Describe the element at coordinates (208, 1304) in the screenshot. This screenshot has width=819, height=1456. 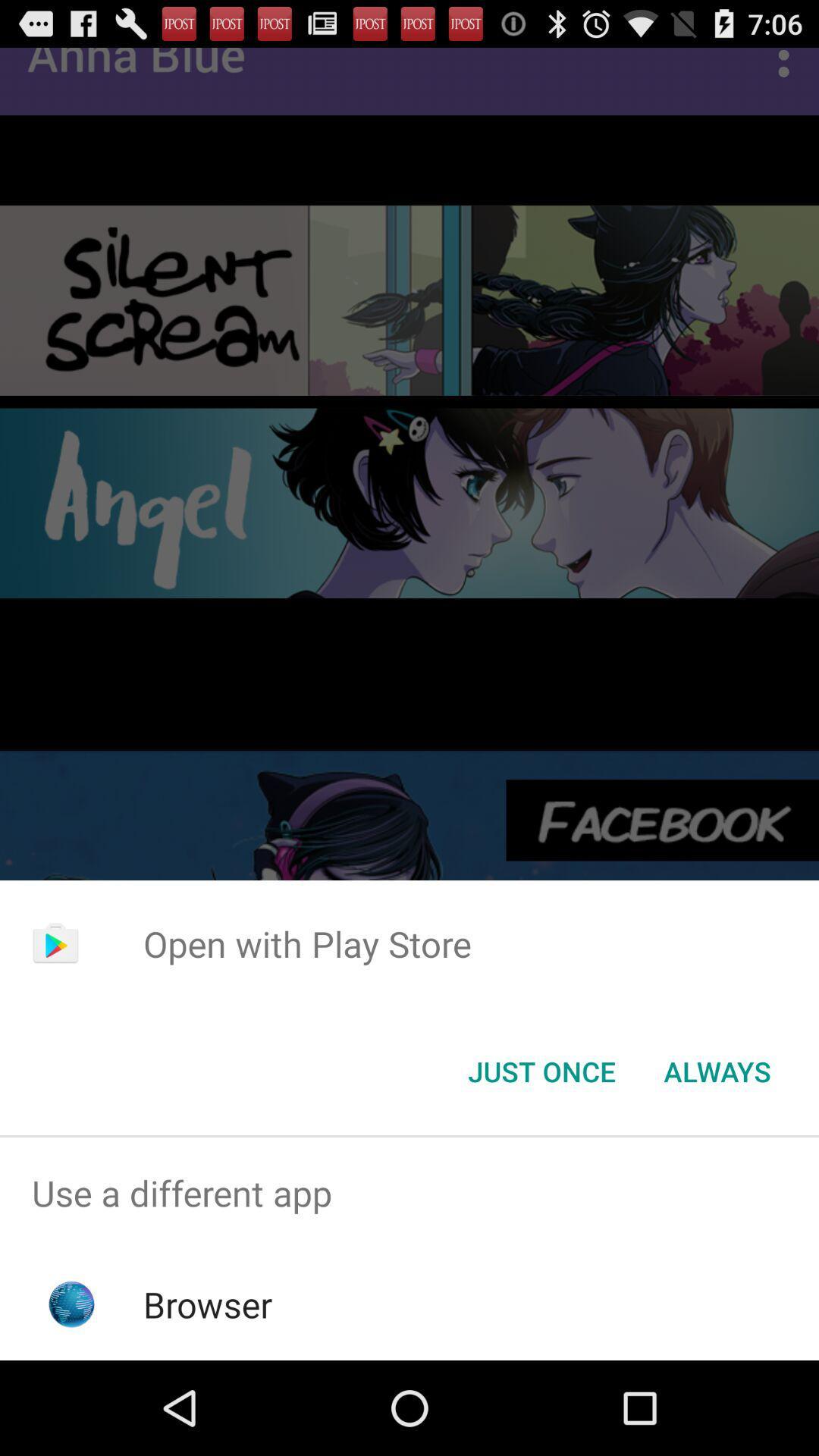
I see `the browser item` at that location.